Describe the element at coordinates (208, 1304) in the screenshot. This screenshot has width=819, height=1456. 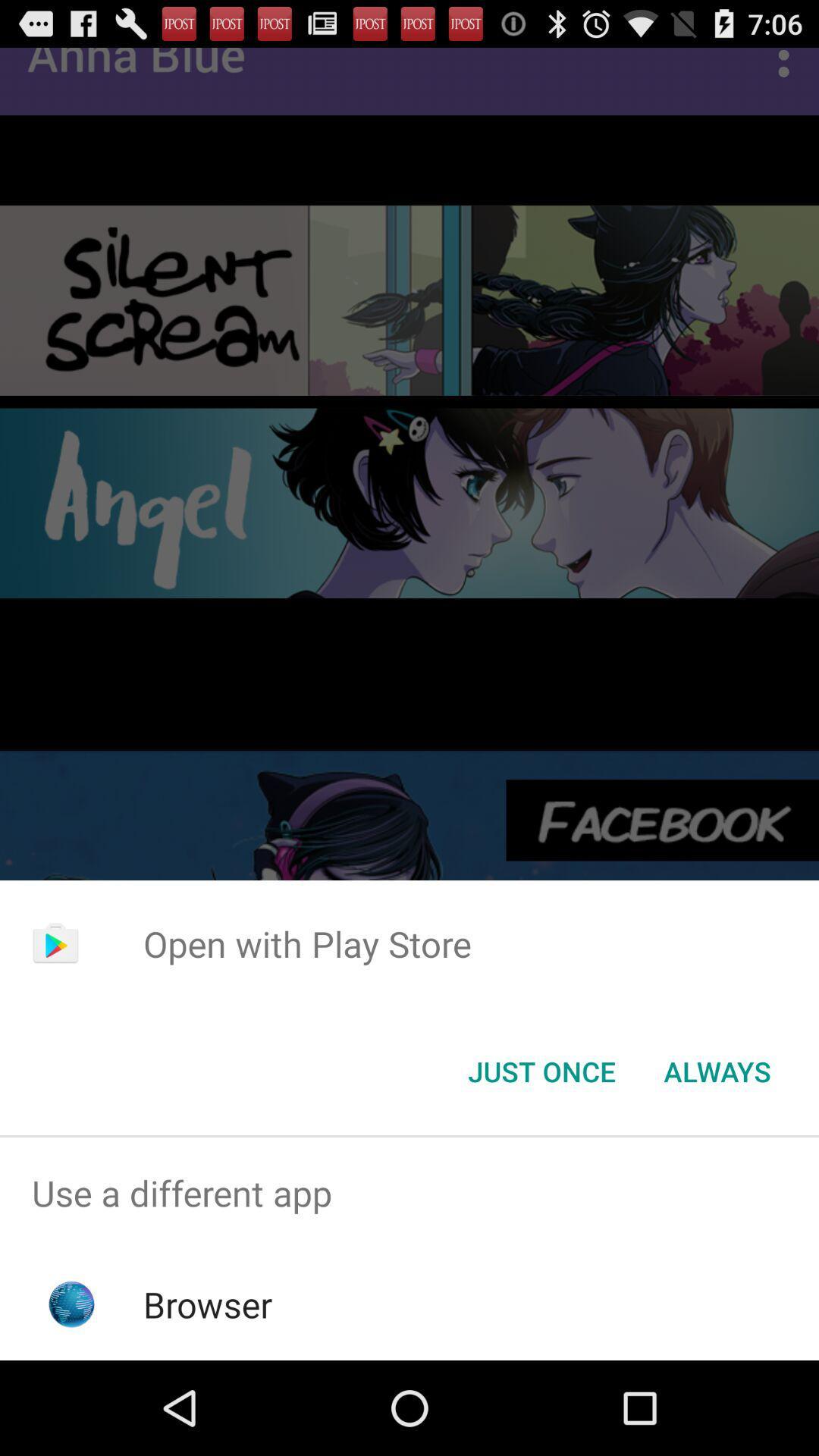
I see `the browser item` at that location.